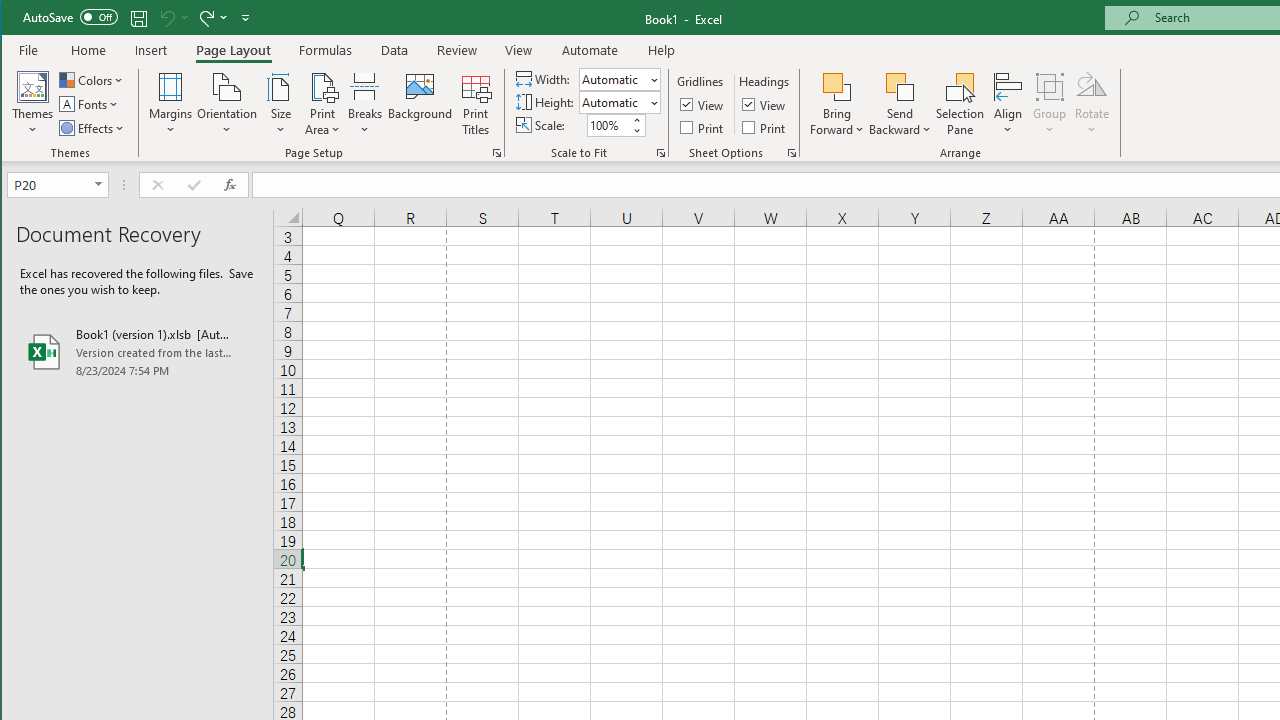 The height and width of the screenshot is (720, 1280). Describe the element at coordinates (899, 85) in the screenshot. I see `'Send Backward'` at that location.